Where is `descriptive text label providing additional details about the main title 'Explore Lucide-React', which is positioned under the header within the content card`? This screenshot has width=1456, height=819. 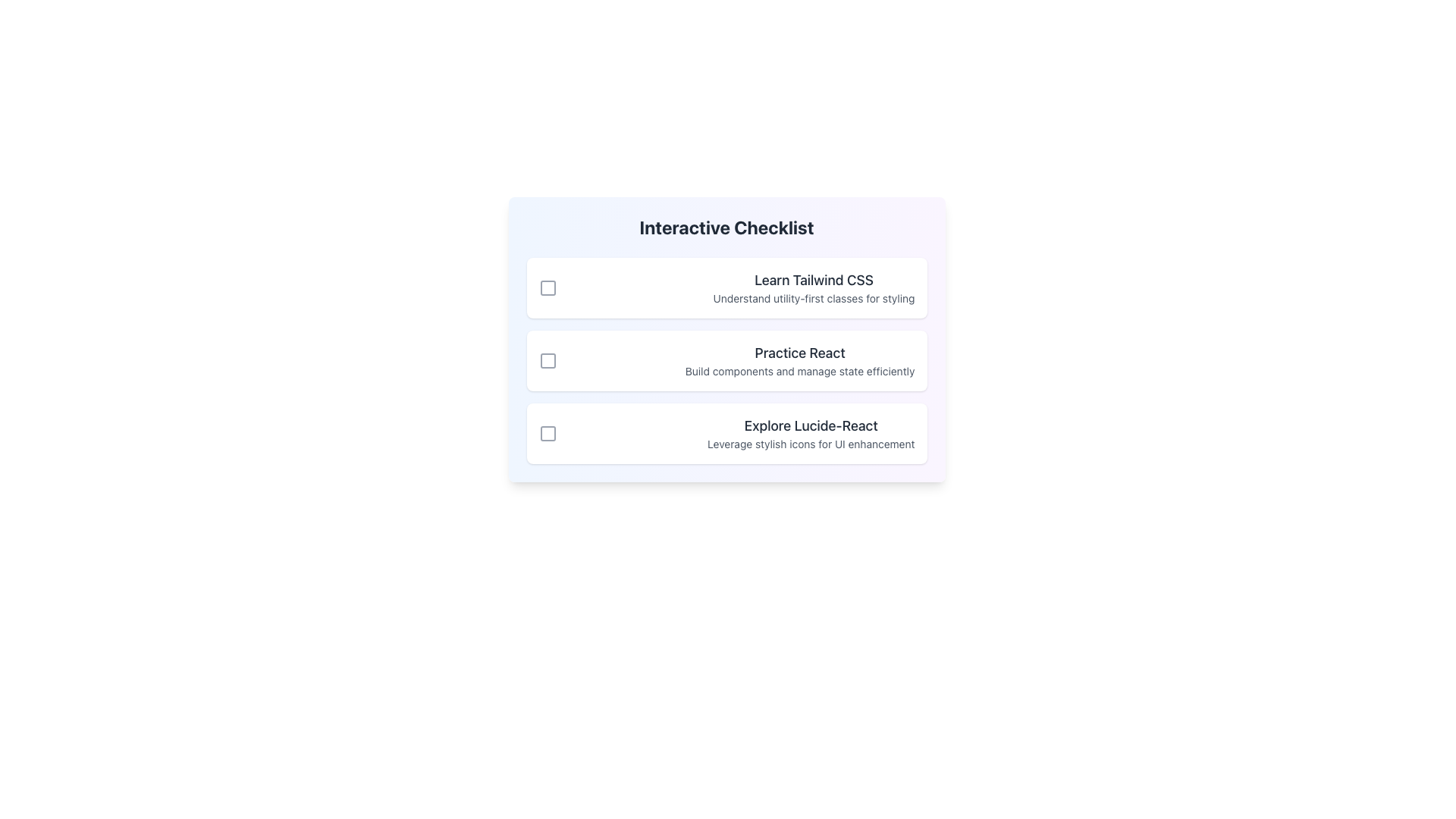 descriptive text label providing additional details about the main title 'Explore Lucide-React', which is positioned under the header within the content card is located at coordinates (810, 444).